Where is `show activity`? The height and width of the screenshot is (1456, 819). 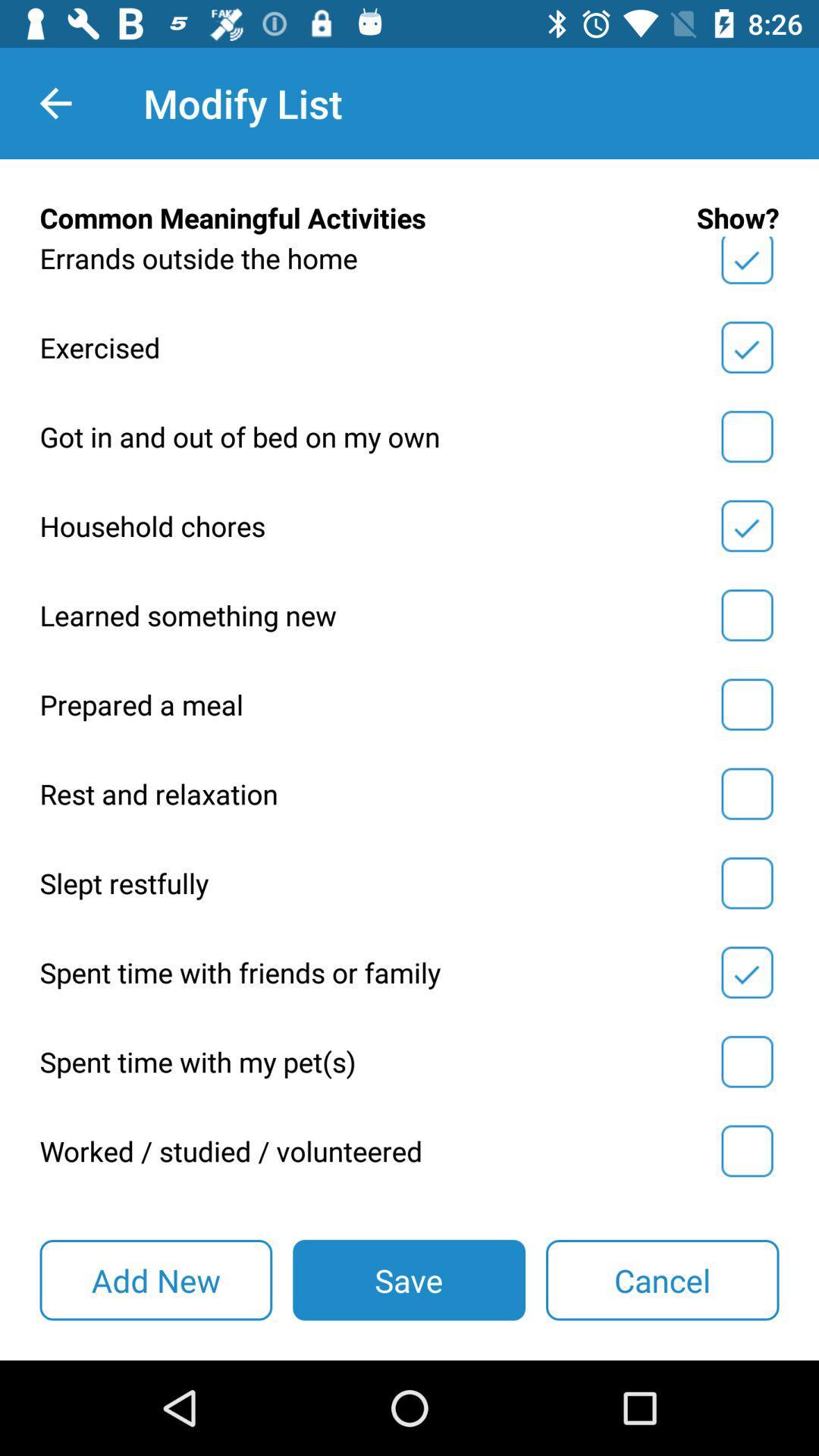
show activity is located at coordinates (746, 792).